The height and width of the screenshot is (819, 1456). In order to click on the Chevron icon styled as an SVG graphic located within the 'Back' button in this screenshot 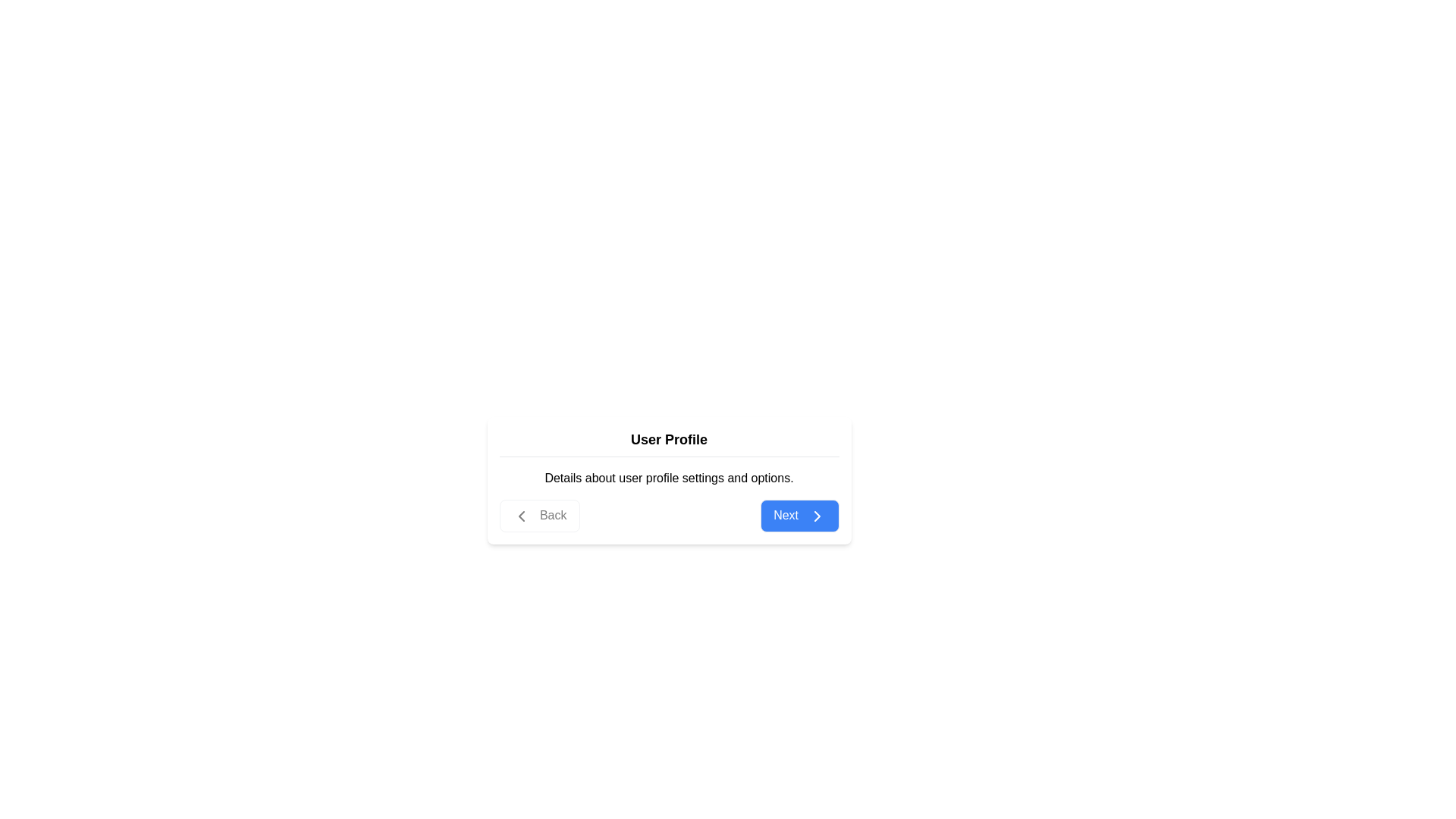, I will do `click(521, 515)`.